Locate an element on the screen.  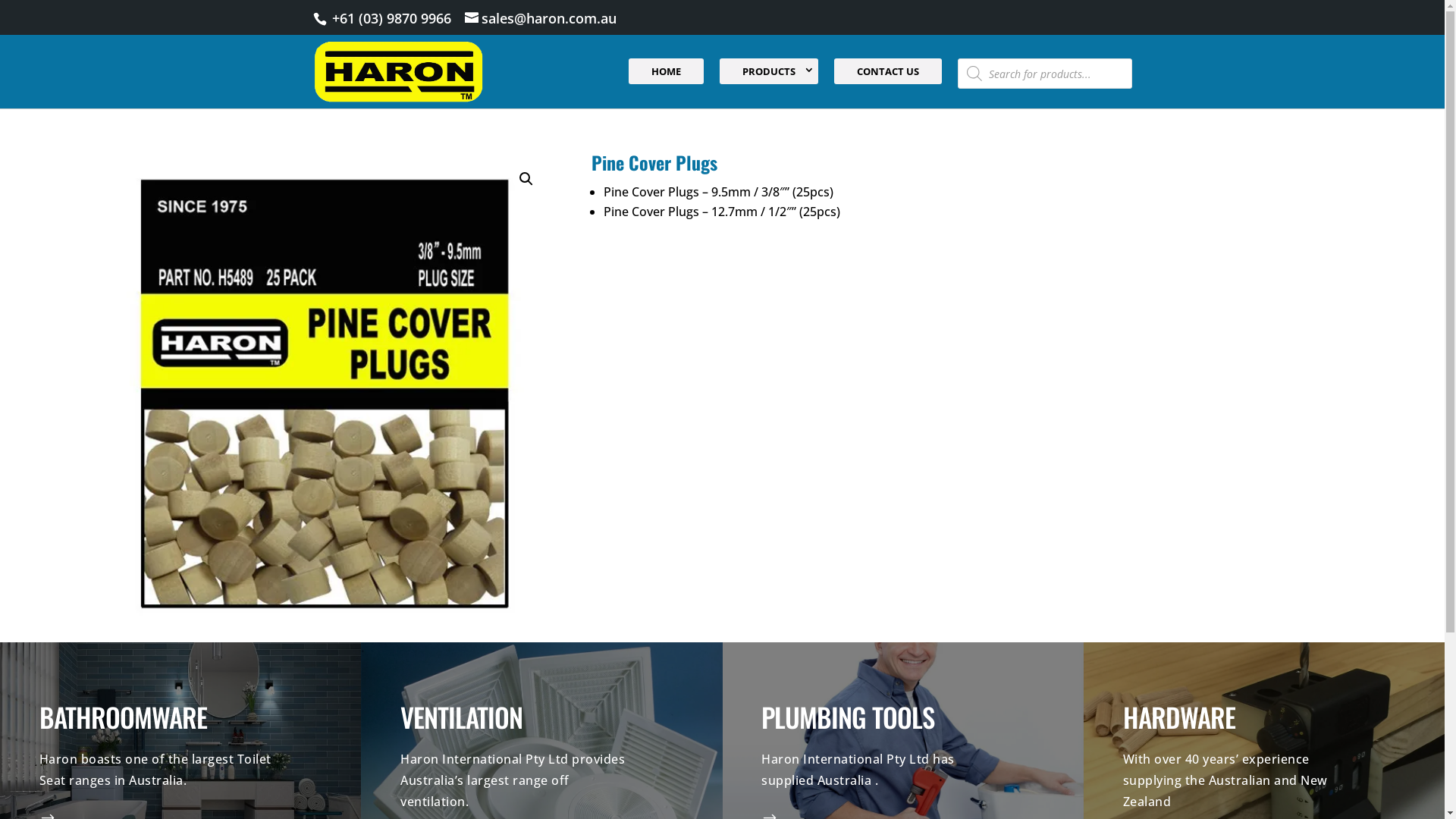
'HOME' is located at coordinates (666, 71).